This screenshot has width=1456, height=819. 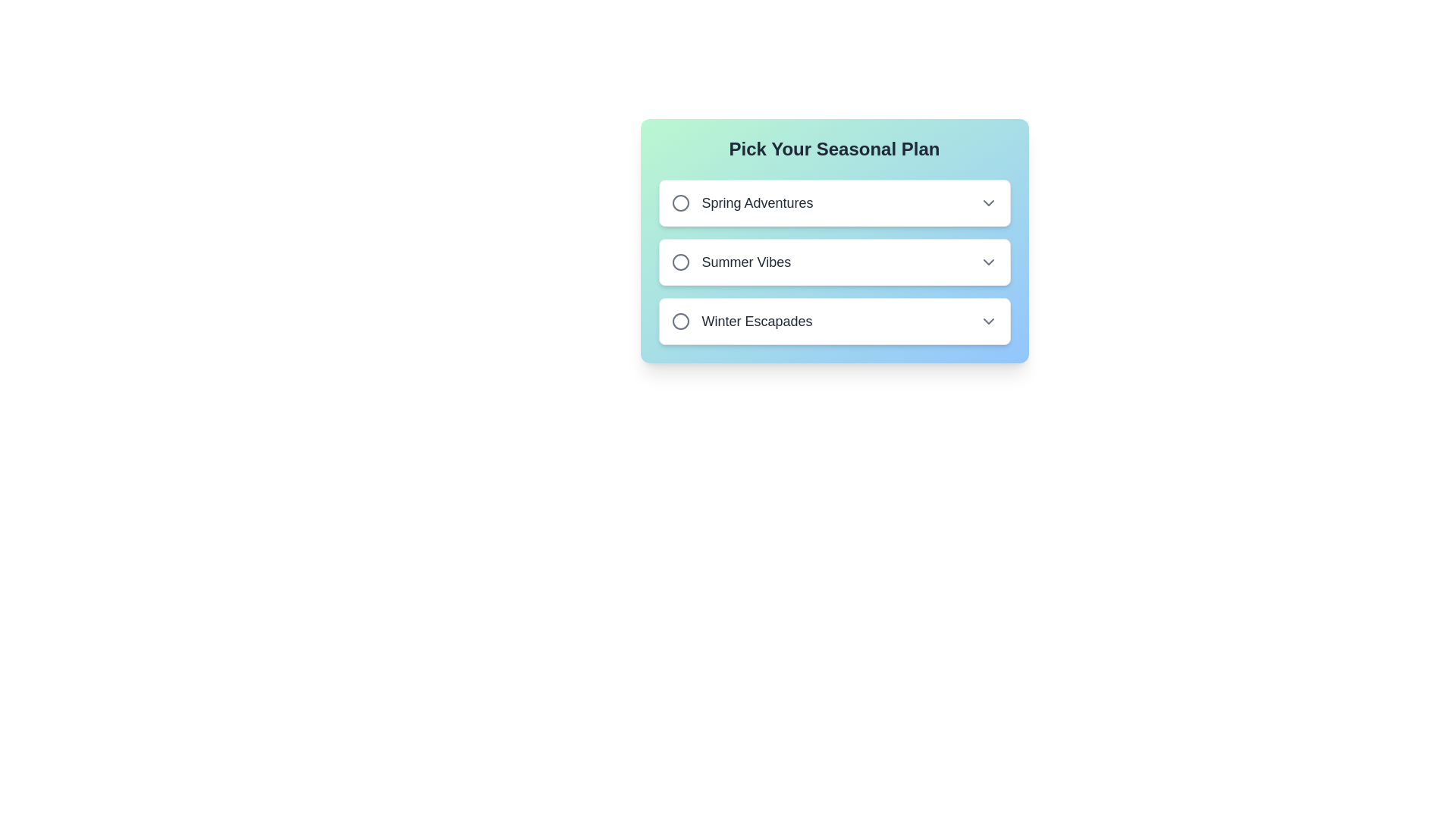 What do you see at coordinates (833, 321) in the screenshot?
I see `the 'Winter Escapades' button, which is the third option below 'Pick Your Seasonal Plan'` at bounding box center [833, 321].